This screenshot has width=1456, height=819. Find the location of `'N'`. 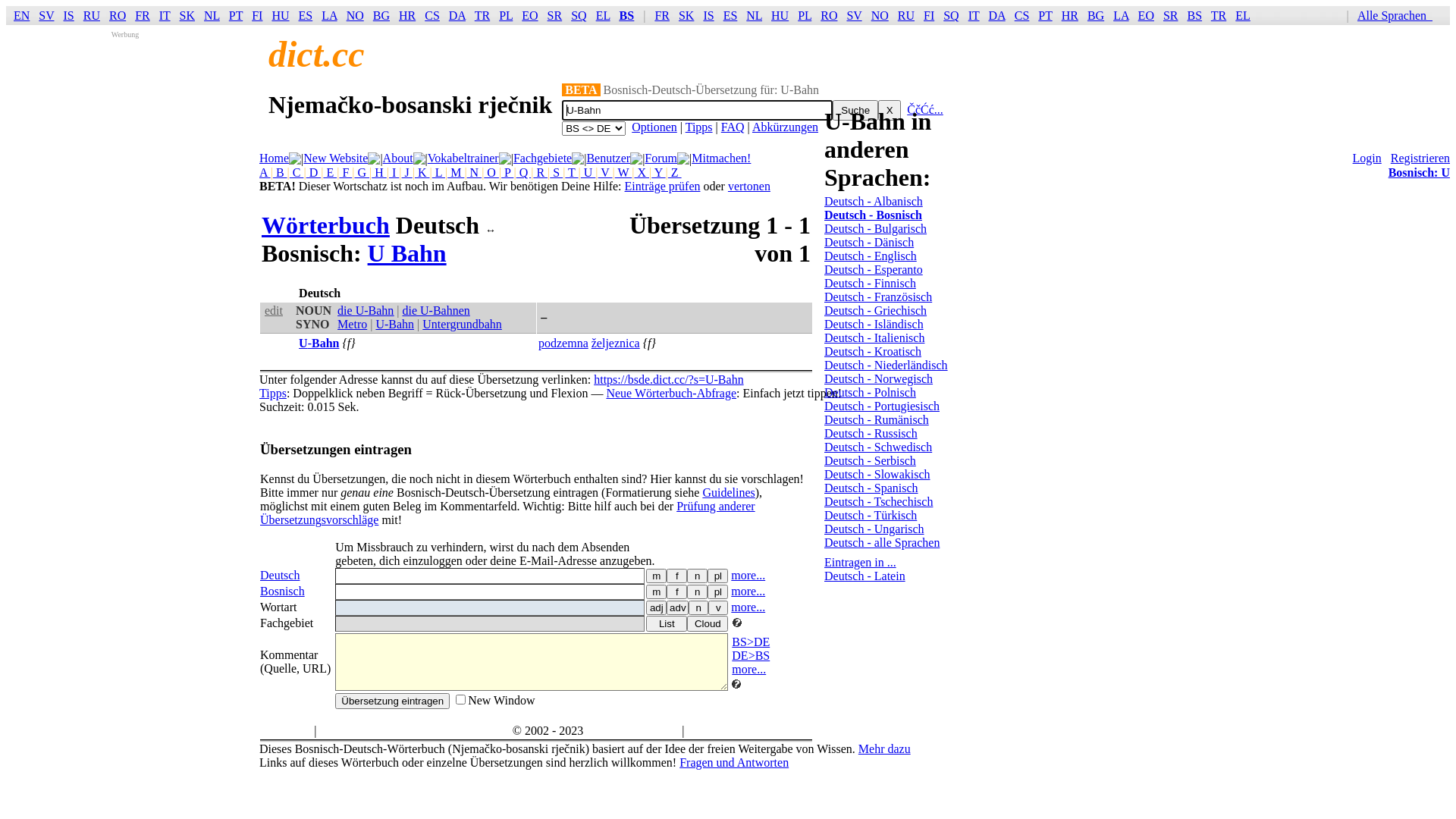

'N' is located at coordinates (473, 171).